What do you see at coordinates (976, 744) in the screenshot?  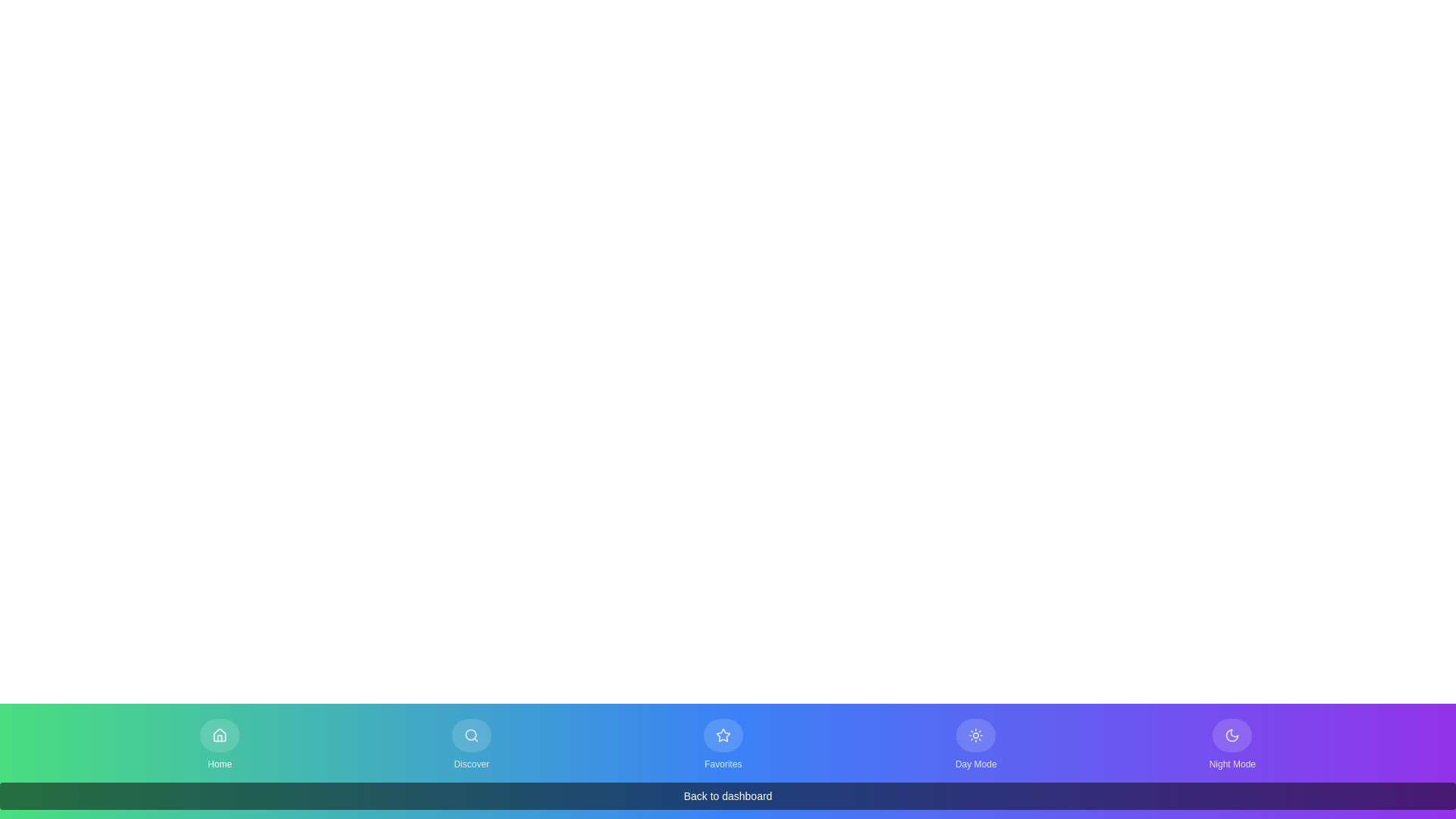 I see `the button labeled Day Mode to observe its hover state change` at bounding box center [976, 744].